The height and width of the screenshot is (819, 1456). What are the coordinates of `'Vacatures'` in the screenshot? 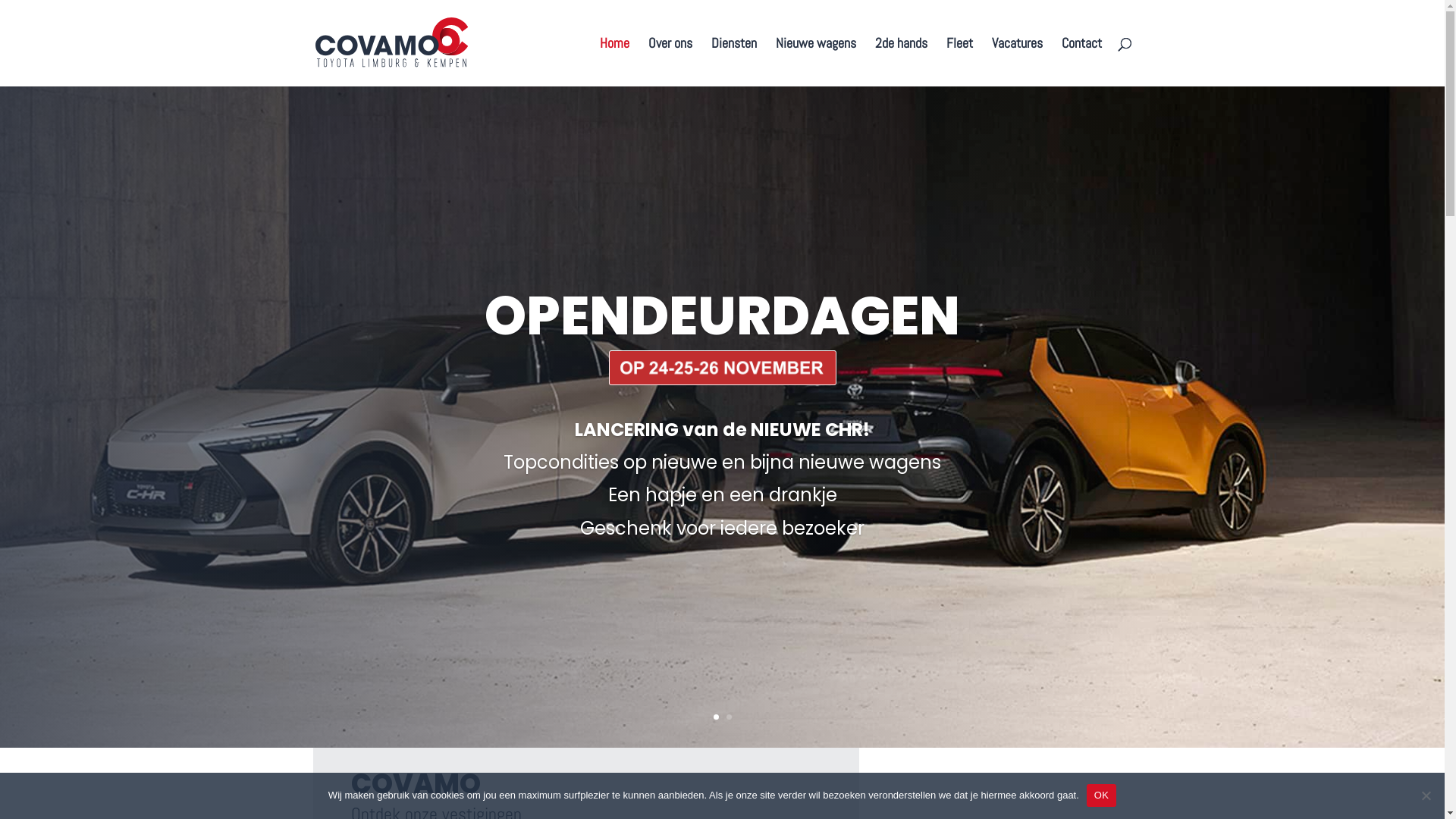 It's located at (1017, 61).